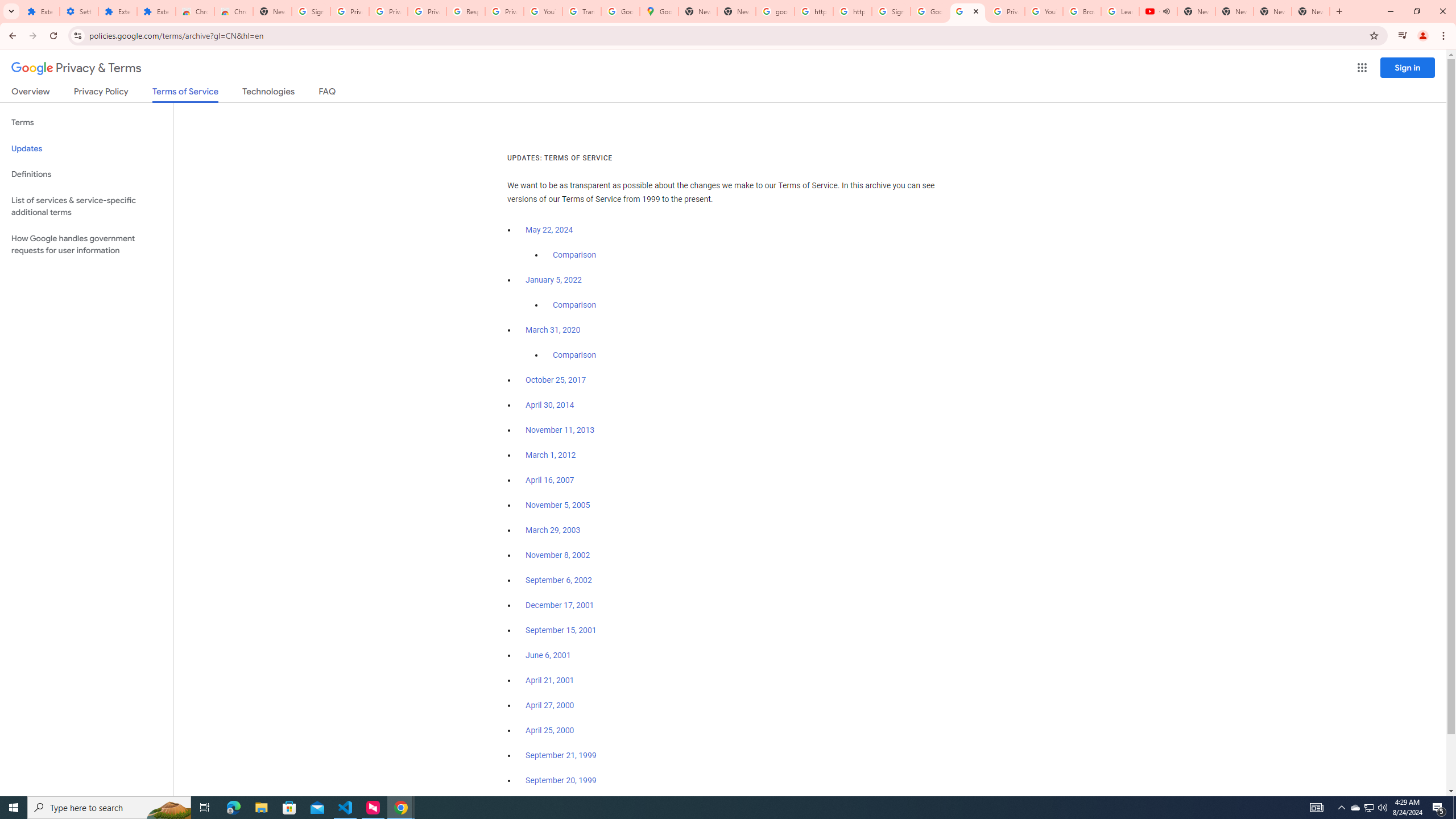 The image size is (1456, 819). What do you see at coordinates (86, 122) in the screenshot?
I see `'Terms'` at bounding box center [86, 122].